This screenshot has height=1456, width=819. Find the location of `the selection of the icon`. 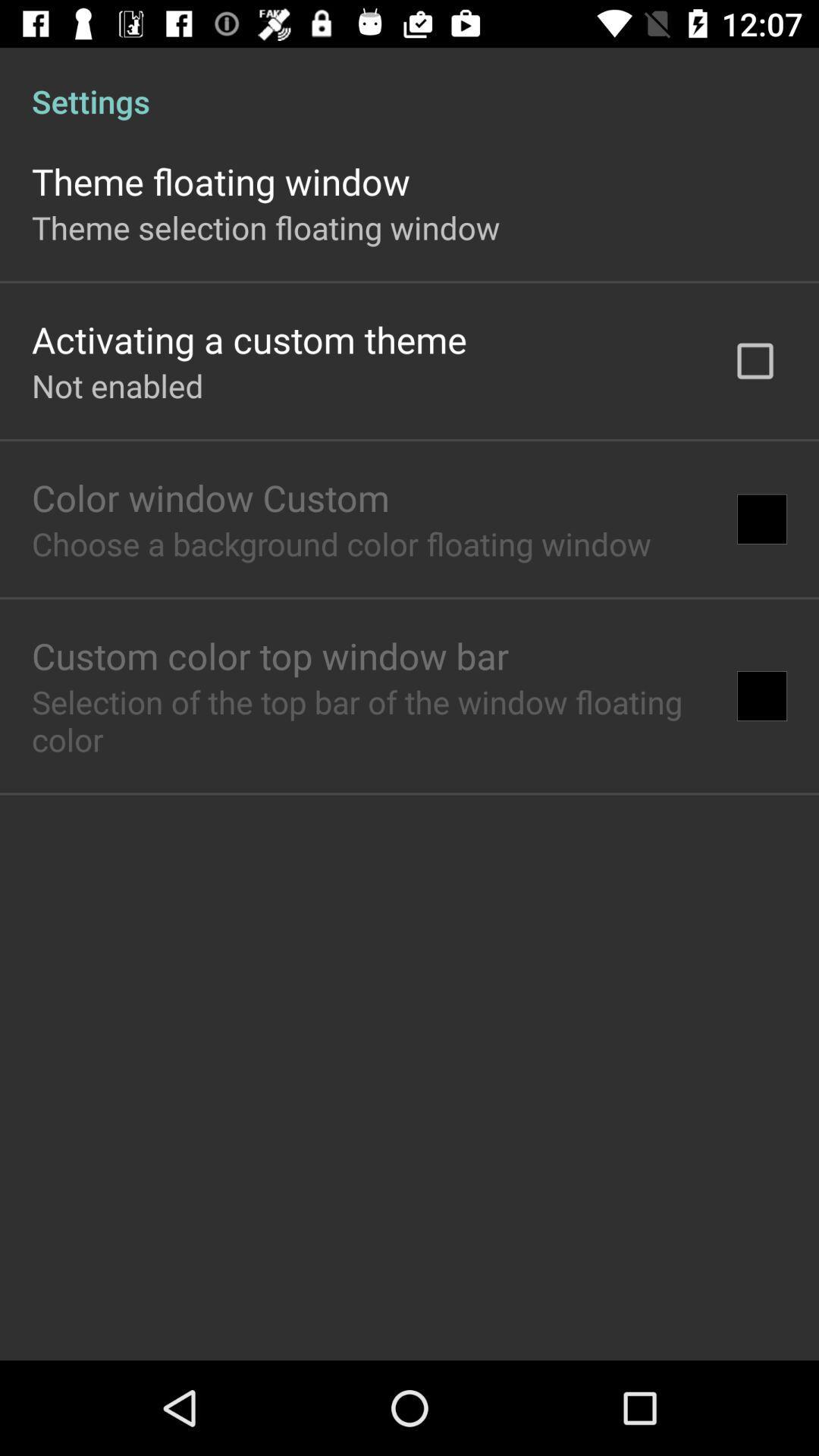

the selection of the icon is located at coordinates (369, 720).